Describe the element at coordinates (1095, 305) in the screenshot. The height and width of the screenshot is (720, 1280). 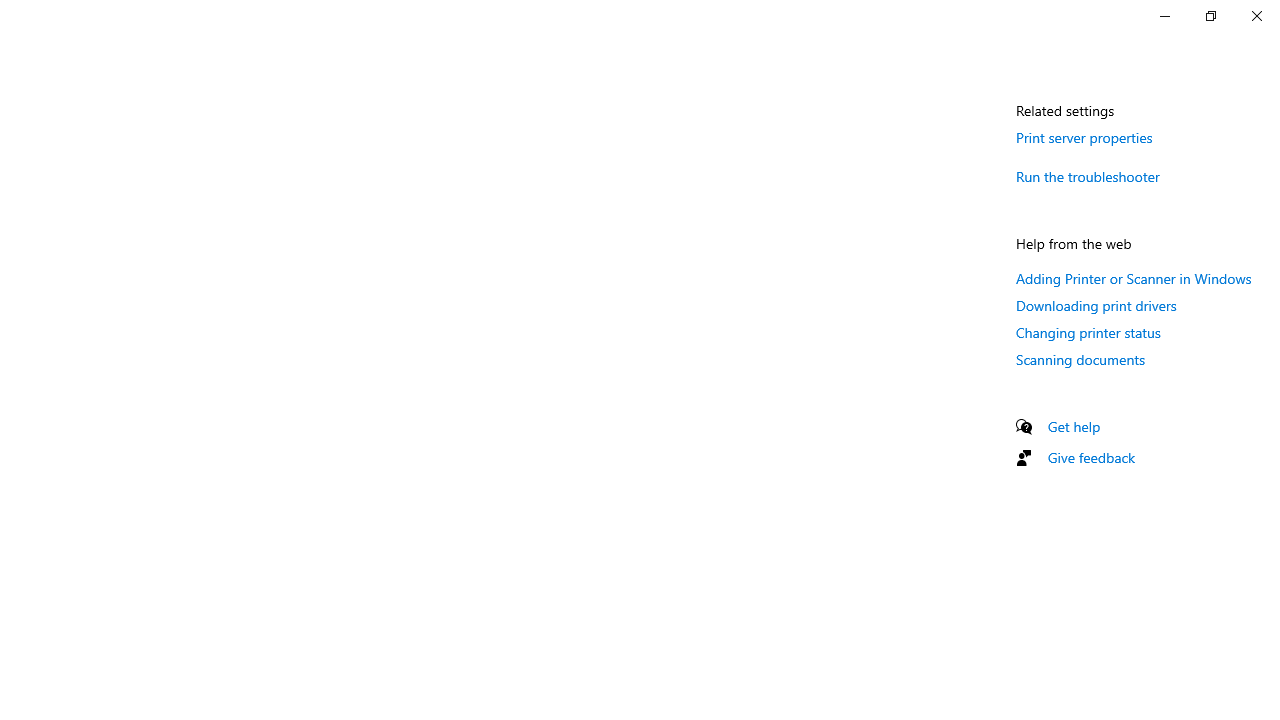
I see `'Downloading print drivers'` at that location.